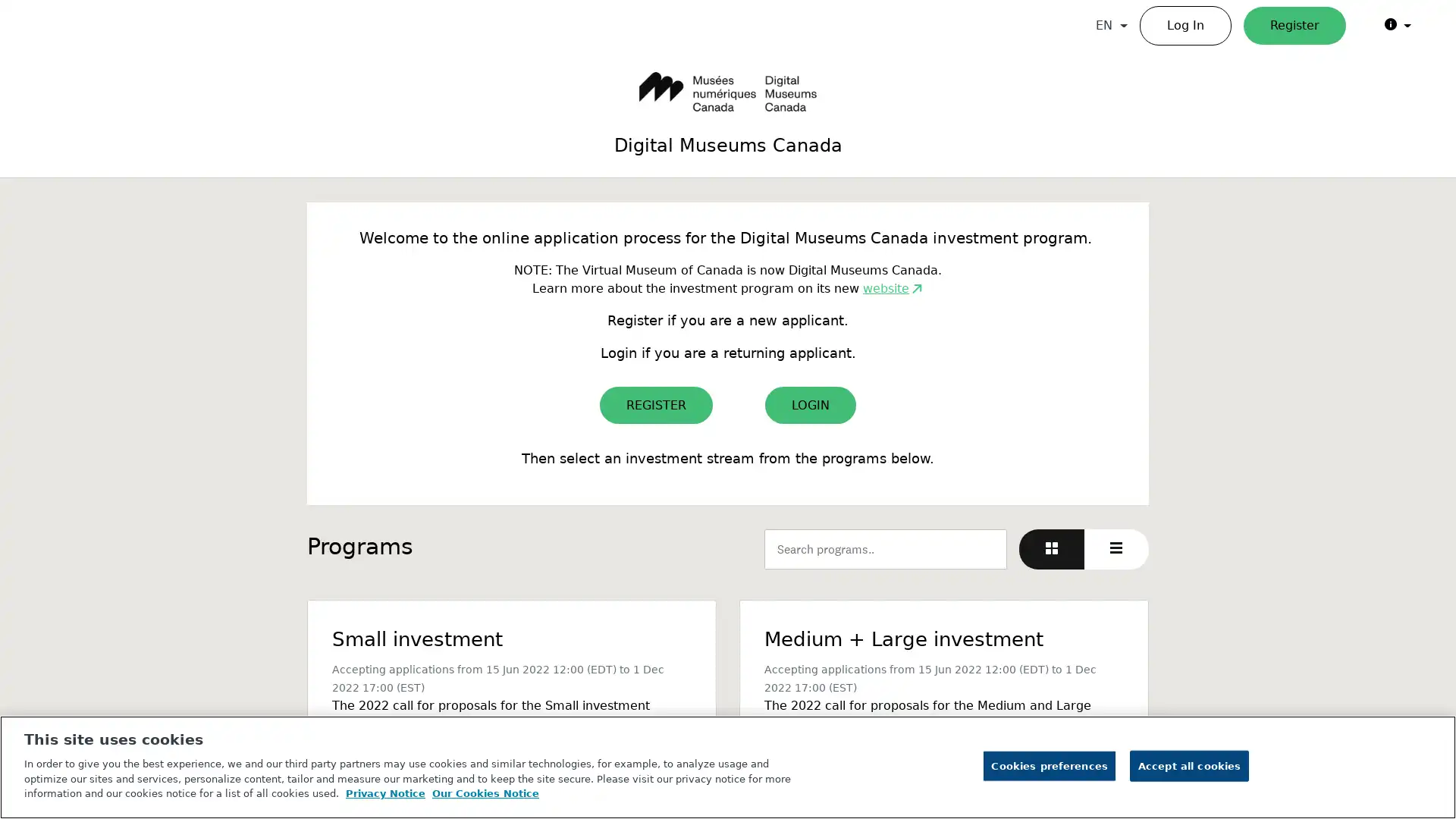 The width and height of the screenshot is (1456, 819). Describe the element at coordinates (1048, 766) in the screenshot. I see `Cookies preferences` at that location.